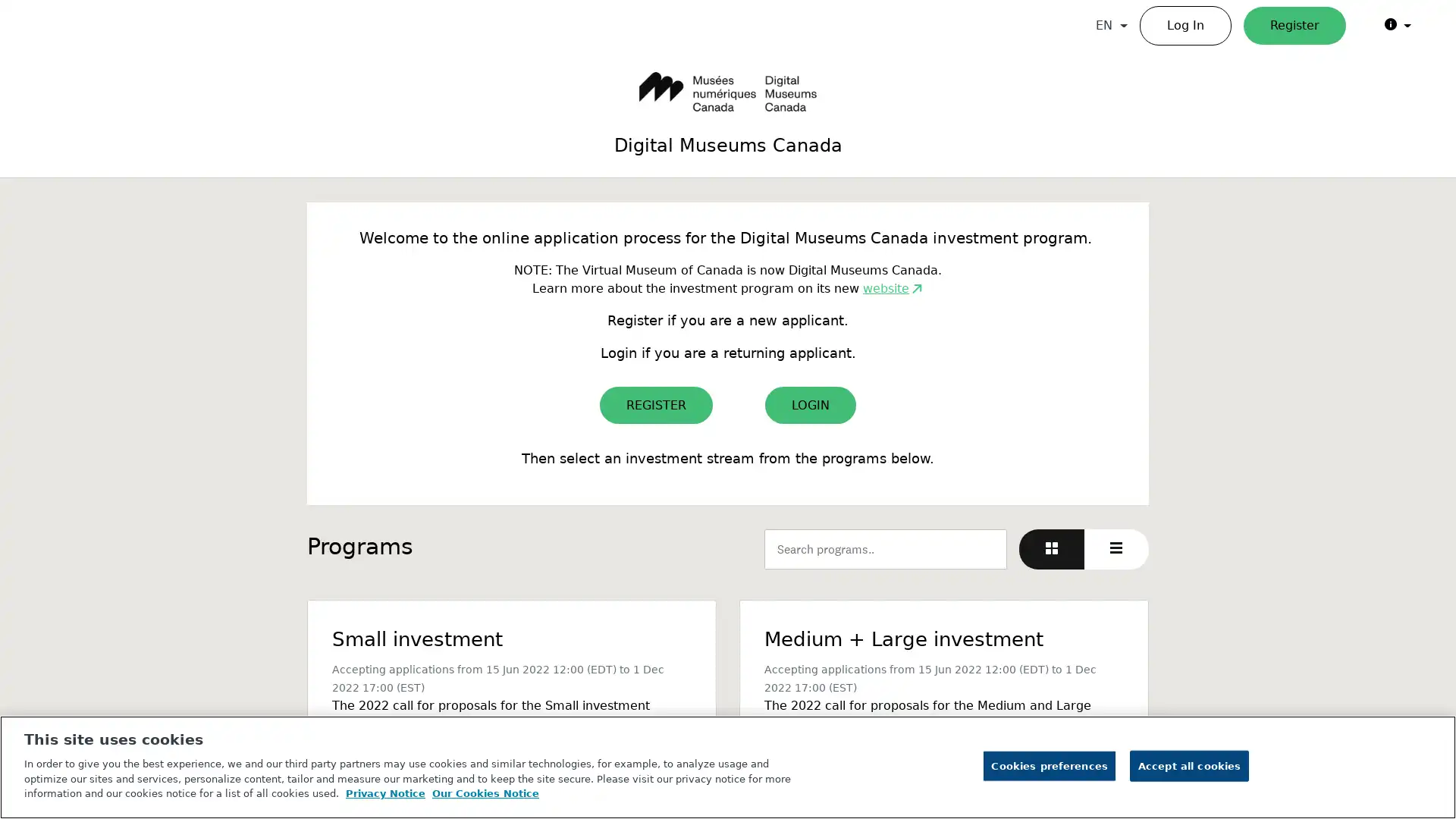 The width and height of the screenshot is (1456, 819). Describe the element at coordinates (1048, 766) in the screenshot. I see `Cookies preferences` at that location.